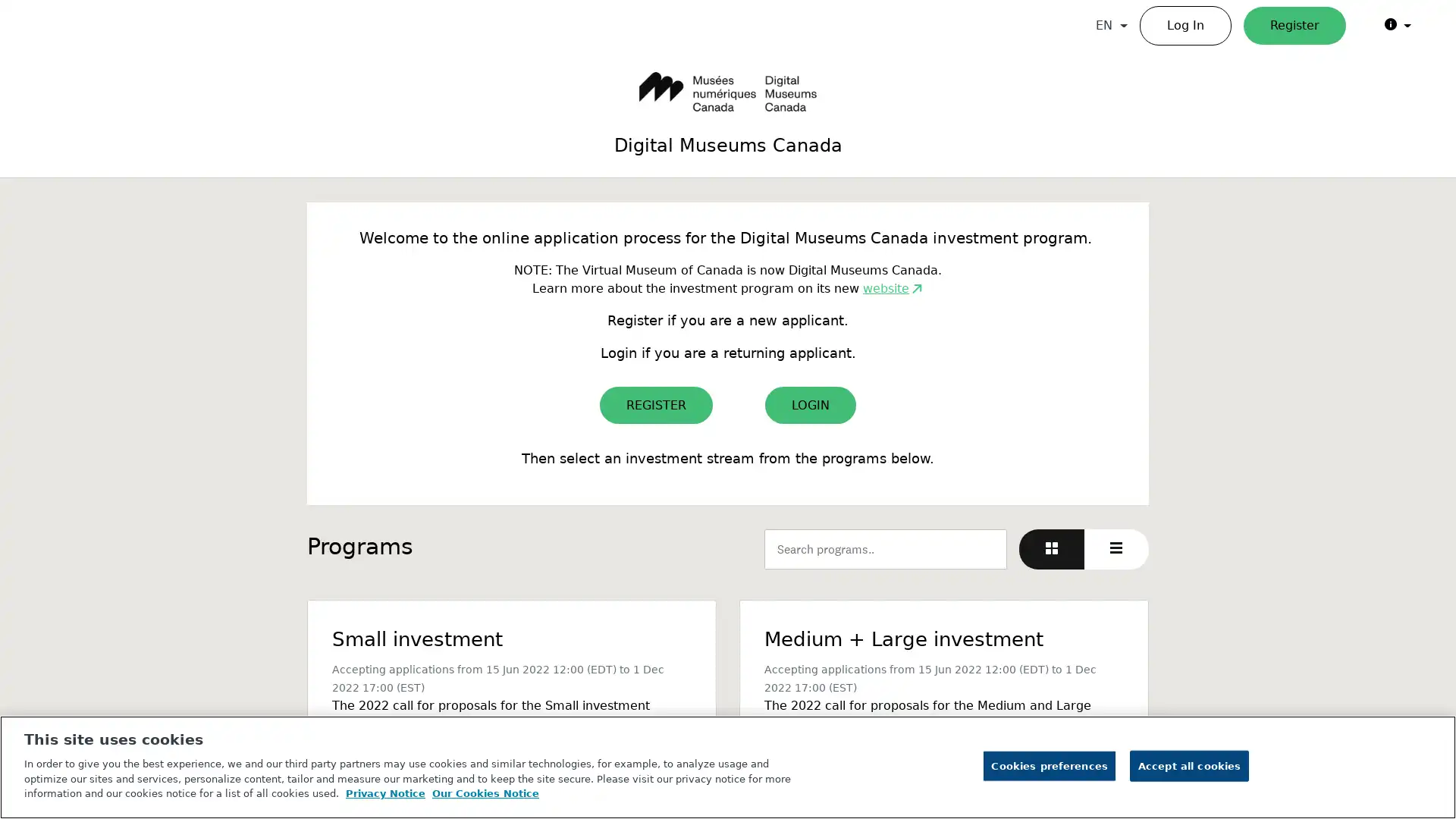 The width and height of the screenshot is (1456, 819). Describe the element at coordinates (1048, 766) in the screenshot. I see `Cookies preferences` at that location.